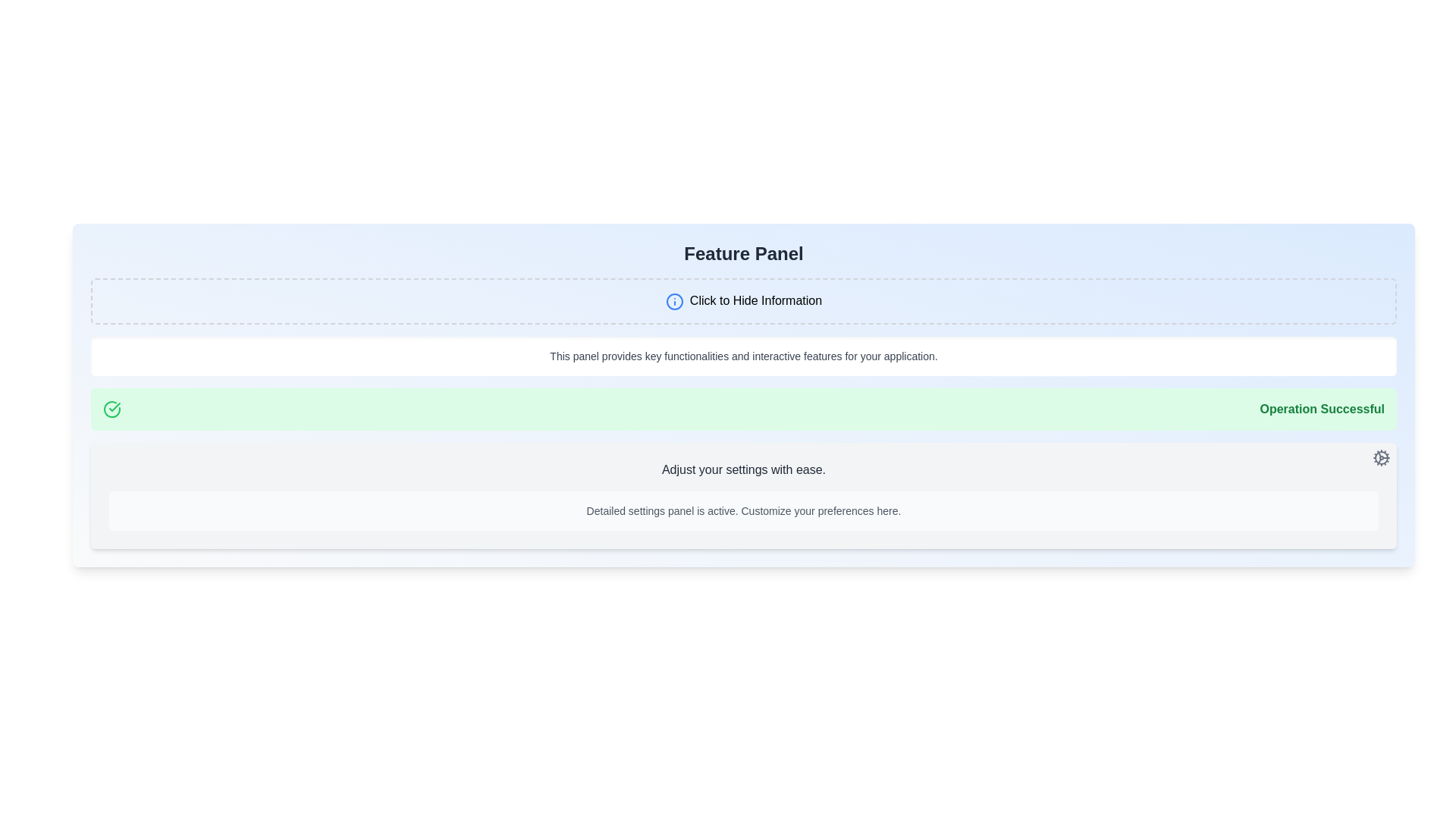 This screenshot has height=819, width=1456. Describe the element at coordinates (743, 469) in the screenshot. I see `the static text label that reads 'Adjust your settings with ease.' which is displayed in bold medium-sized dark gray font on a light gray background` at that location.